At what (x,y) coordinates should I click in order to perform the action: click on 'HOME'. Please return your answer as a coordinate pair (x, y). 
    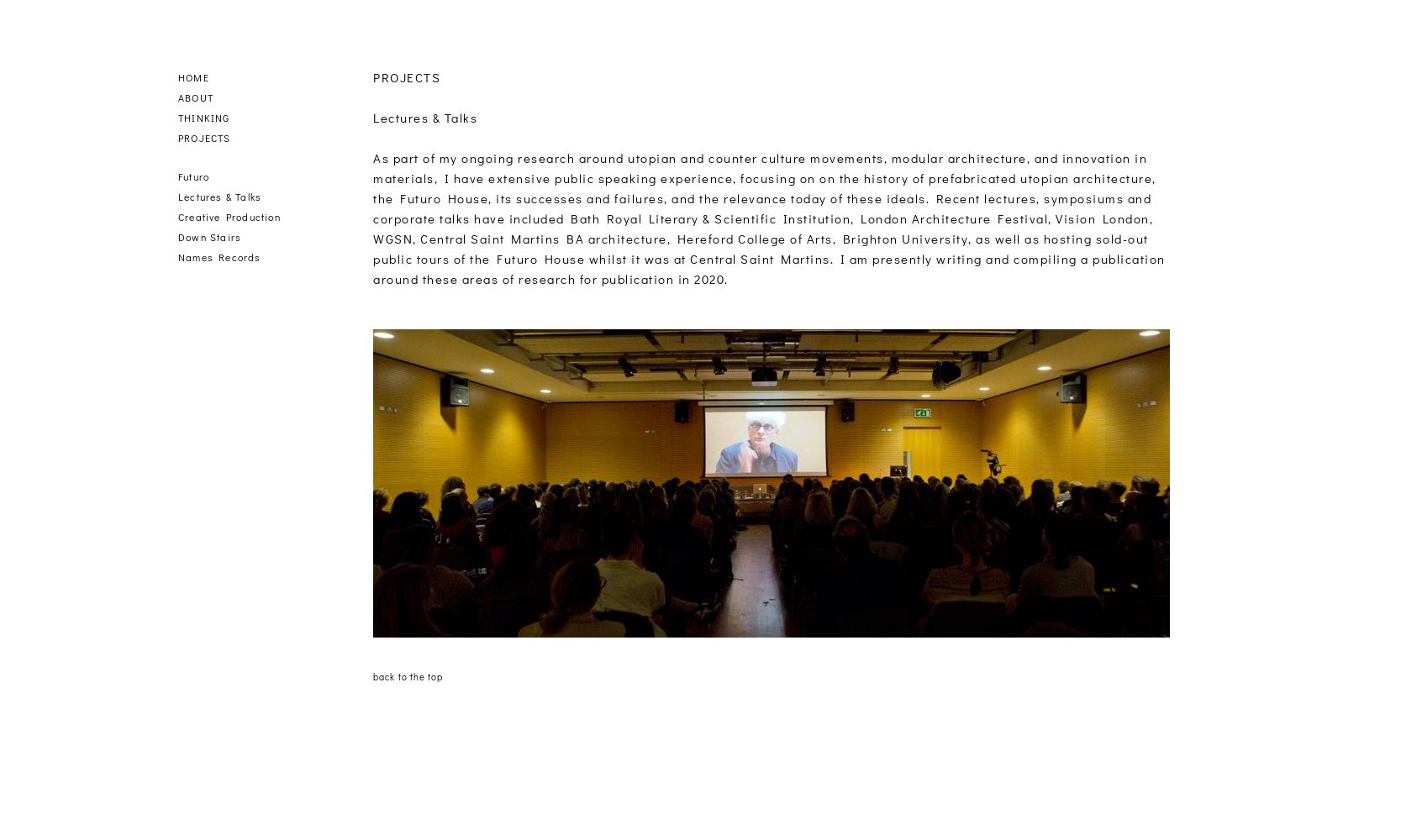
    Looking at the image, I should click on (192, 76).